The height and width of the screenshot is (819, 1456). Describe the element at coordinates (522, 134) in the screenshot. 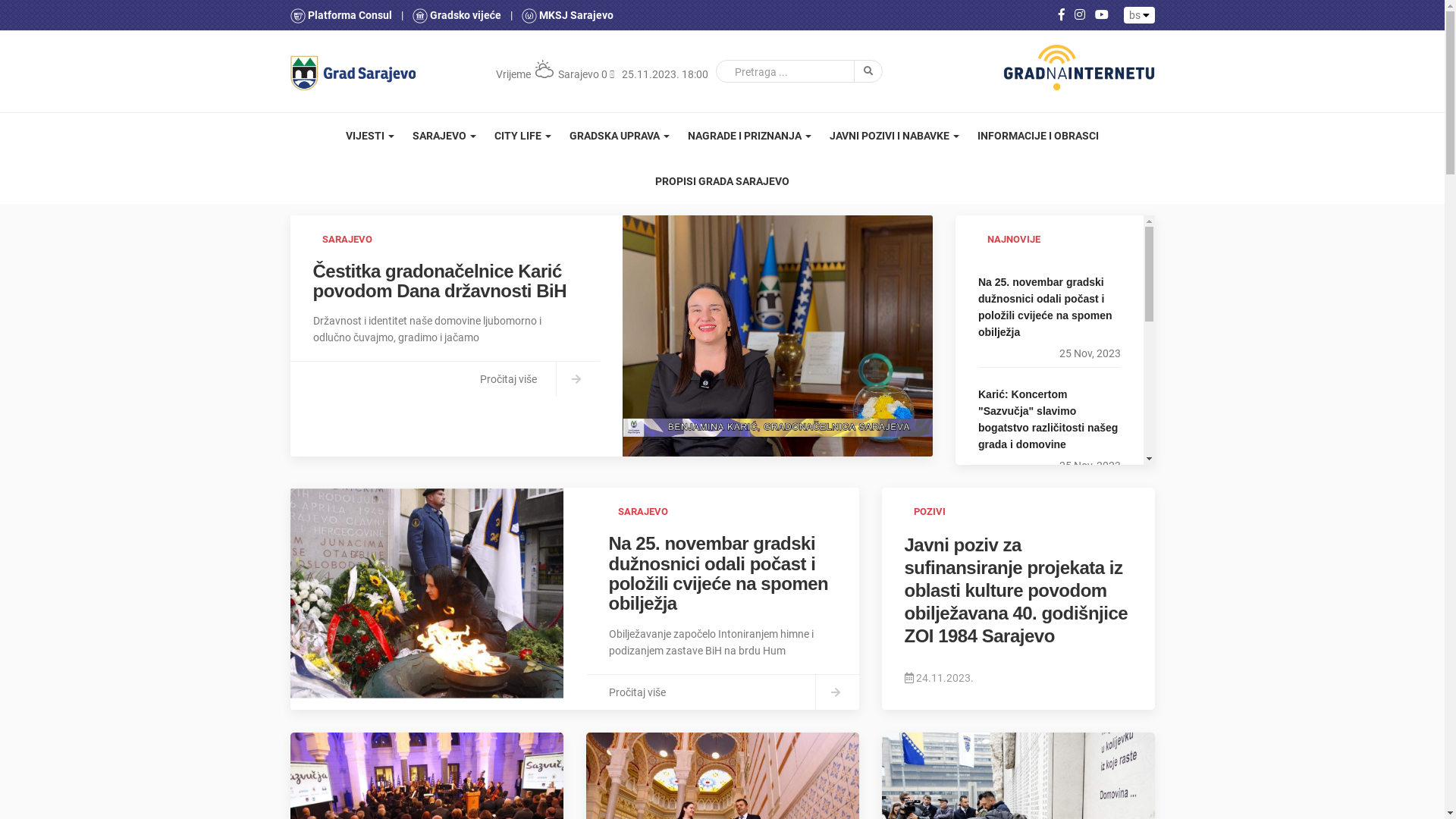

I see `'CITY LIFE'` at that location.